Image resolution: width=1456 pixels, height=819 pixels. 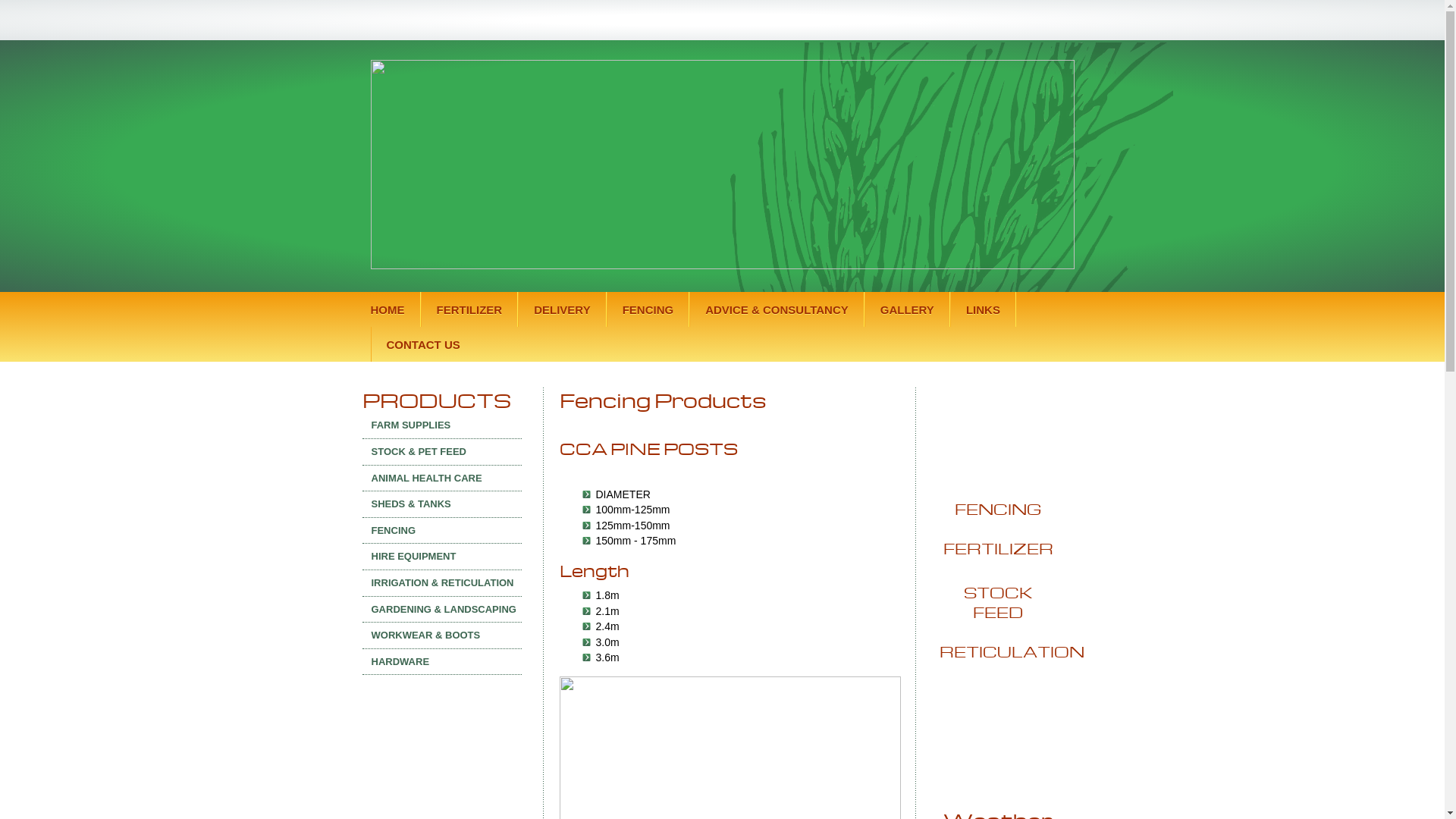 What do you see at coordinates (441, 451) in the screenshot?
I see `'STOCK & PET FEED'` at bounding box center [441, 451].